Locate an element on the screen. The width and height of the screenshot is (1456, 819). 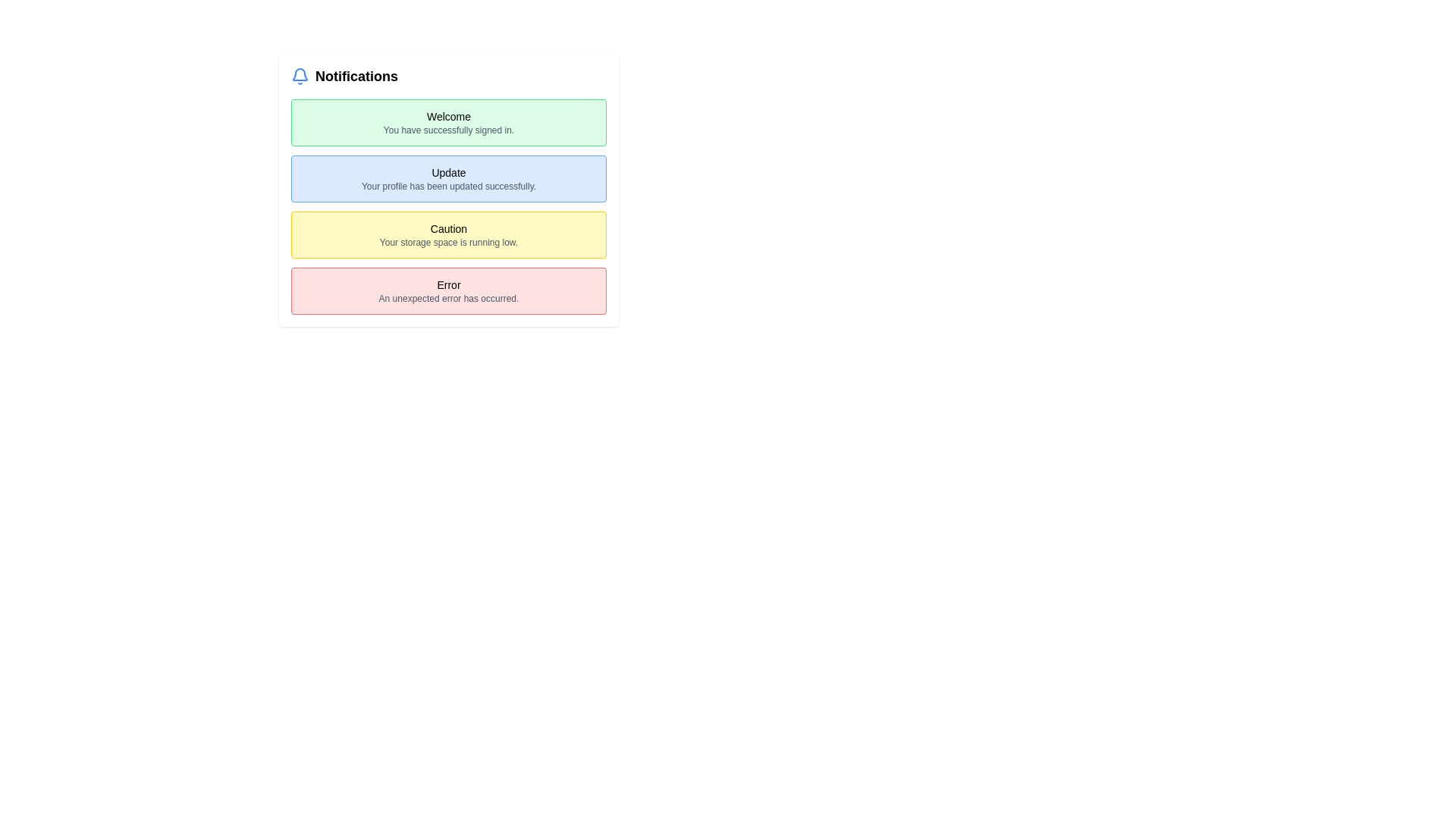
the second notification box that notifies the user about a profile update is located at coordinates (447, 189).